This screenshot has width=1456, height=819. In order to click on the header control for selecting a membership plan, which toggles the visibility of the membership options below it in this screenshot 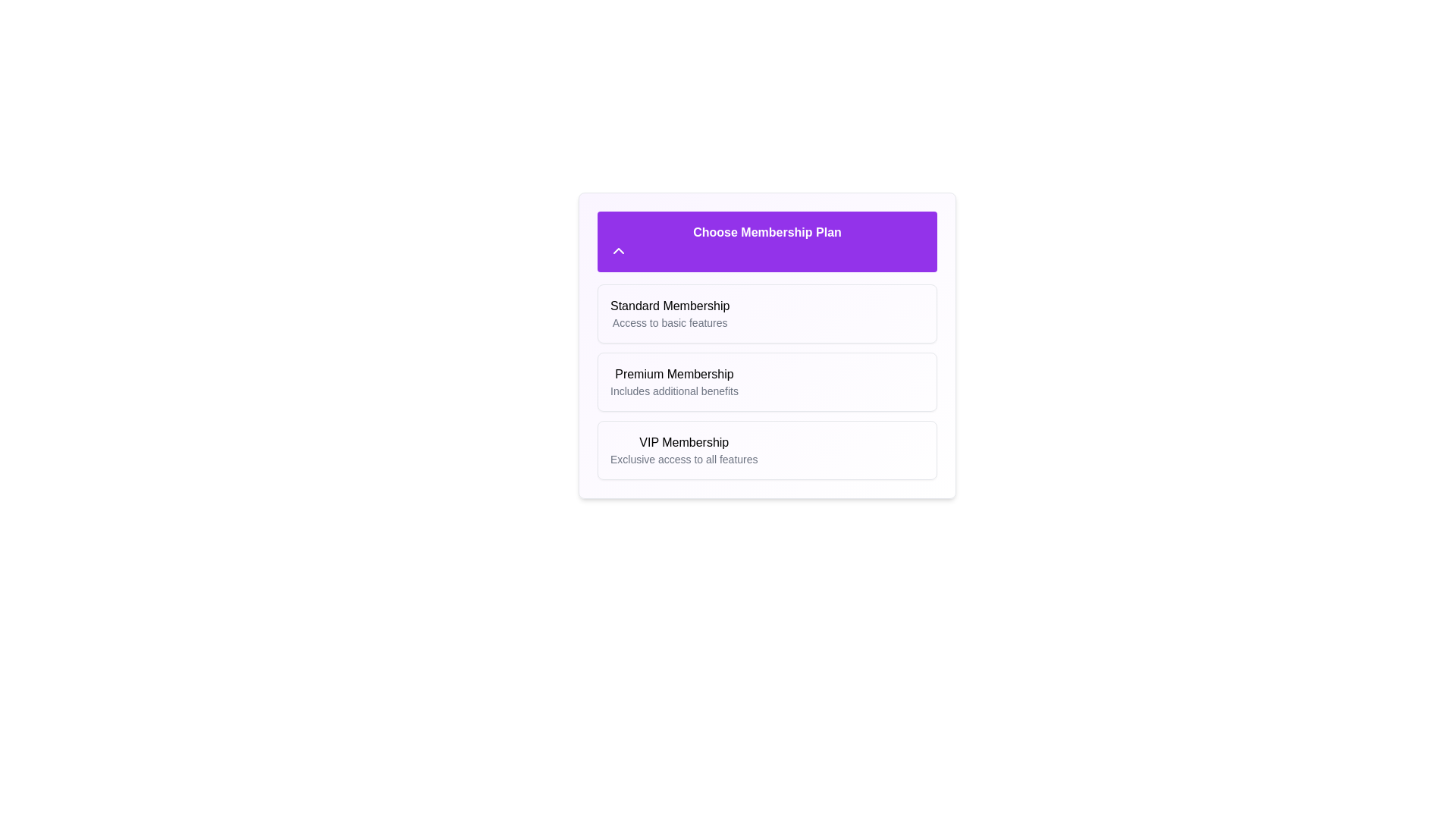, I will do `click(767, 241)`.